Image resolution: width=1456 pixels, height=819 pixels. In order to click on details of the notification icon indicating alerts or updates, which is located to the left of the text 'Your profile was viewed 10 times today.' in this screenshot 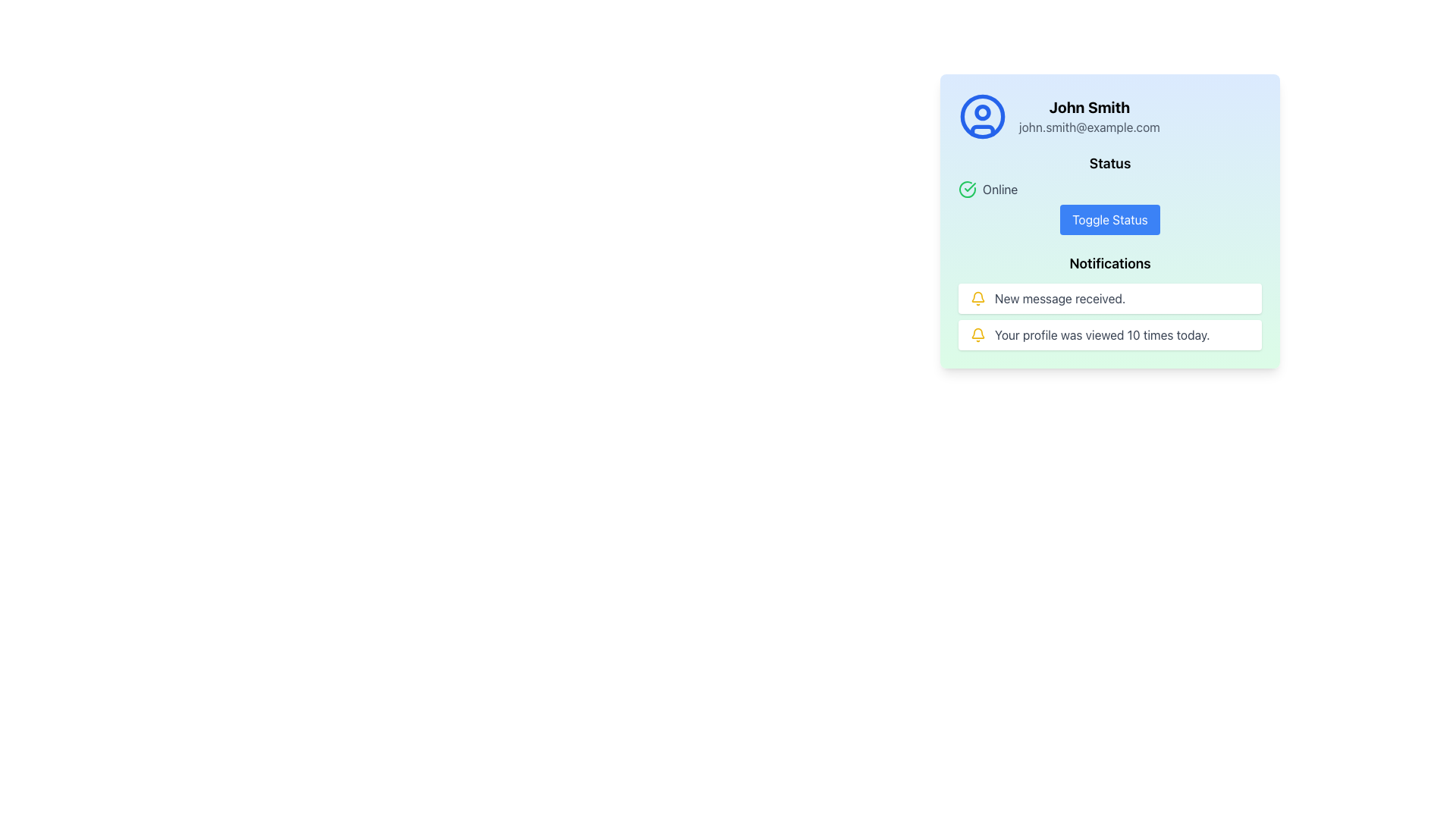, I will do `click(978, 334)`.